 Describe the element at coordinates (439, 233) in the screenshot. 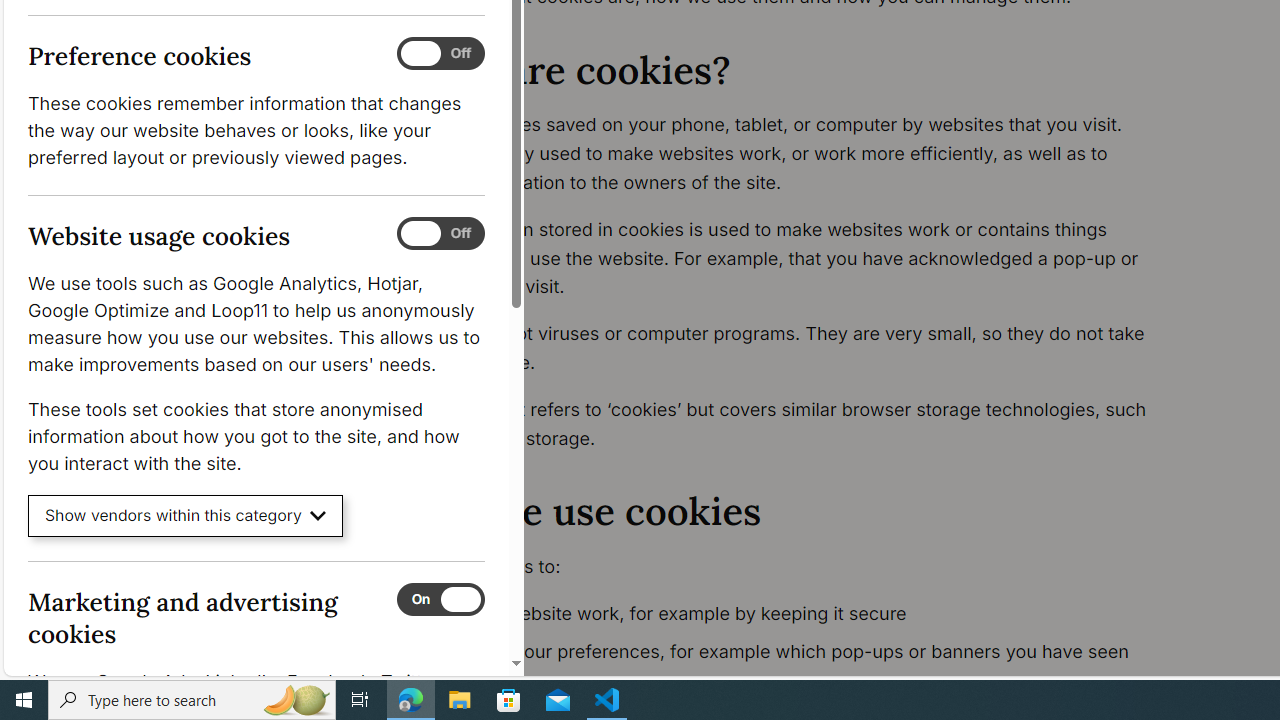

I see `'Website usage cookies'` at that location.